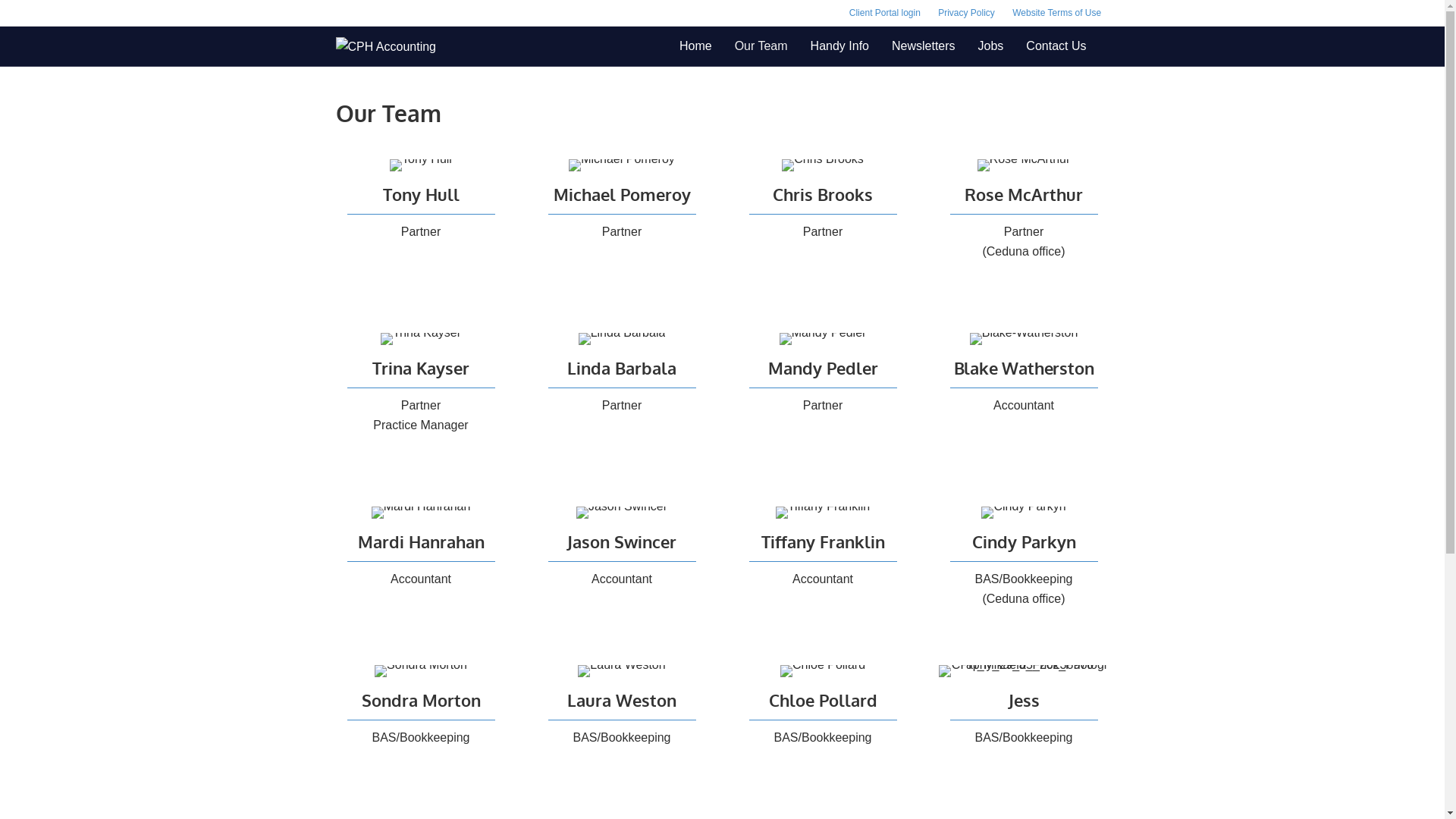  What do you see at coordinates (1024, 338) in the screenshot?
I see `'Blake-Watherston'` at bounding box center [1024, 338].